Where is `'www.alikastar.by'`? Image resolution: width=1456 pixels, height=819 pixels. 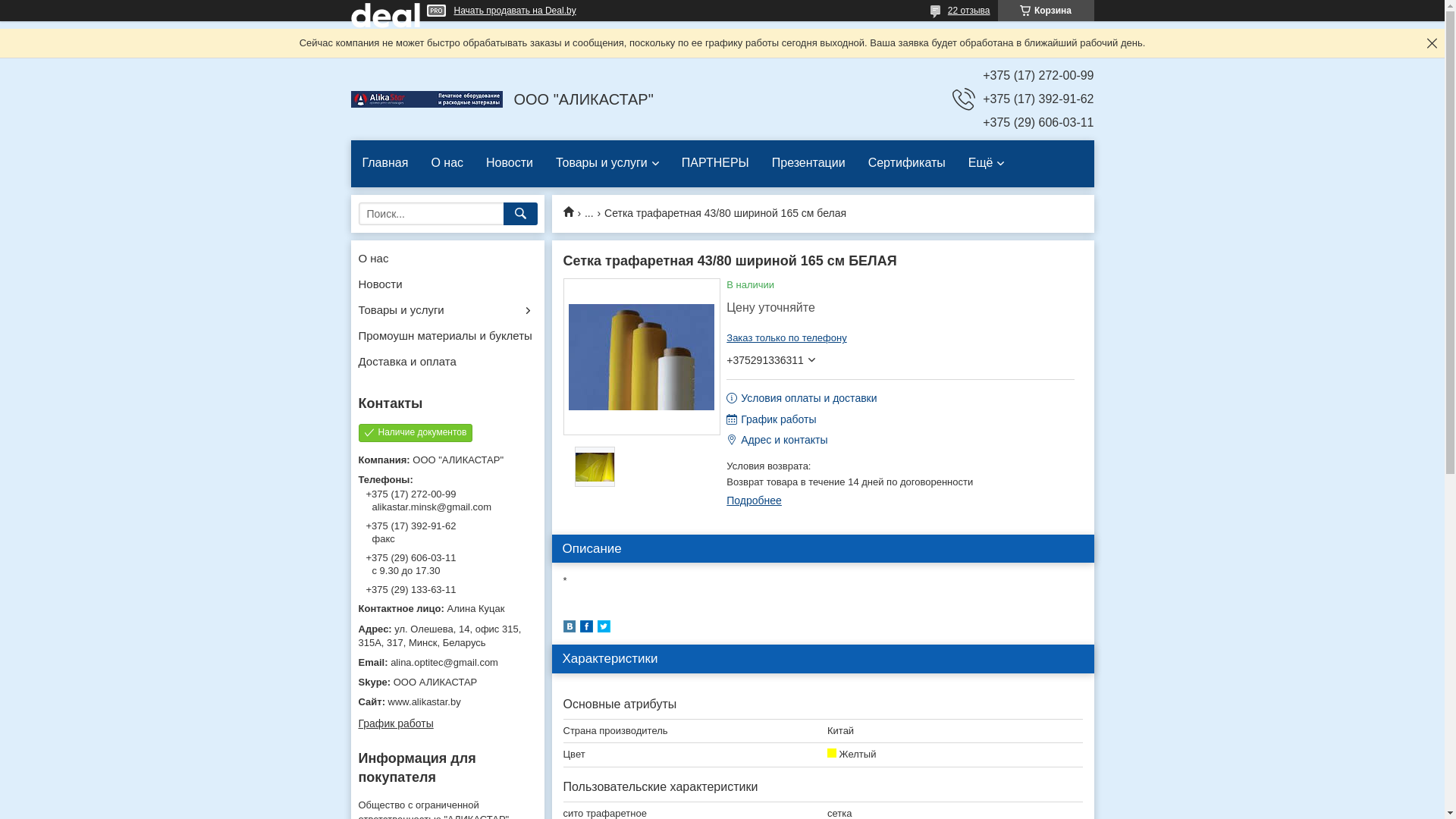
'www.alikastar.by' is located at coordinates (356, 701).